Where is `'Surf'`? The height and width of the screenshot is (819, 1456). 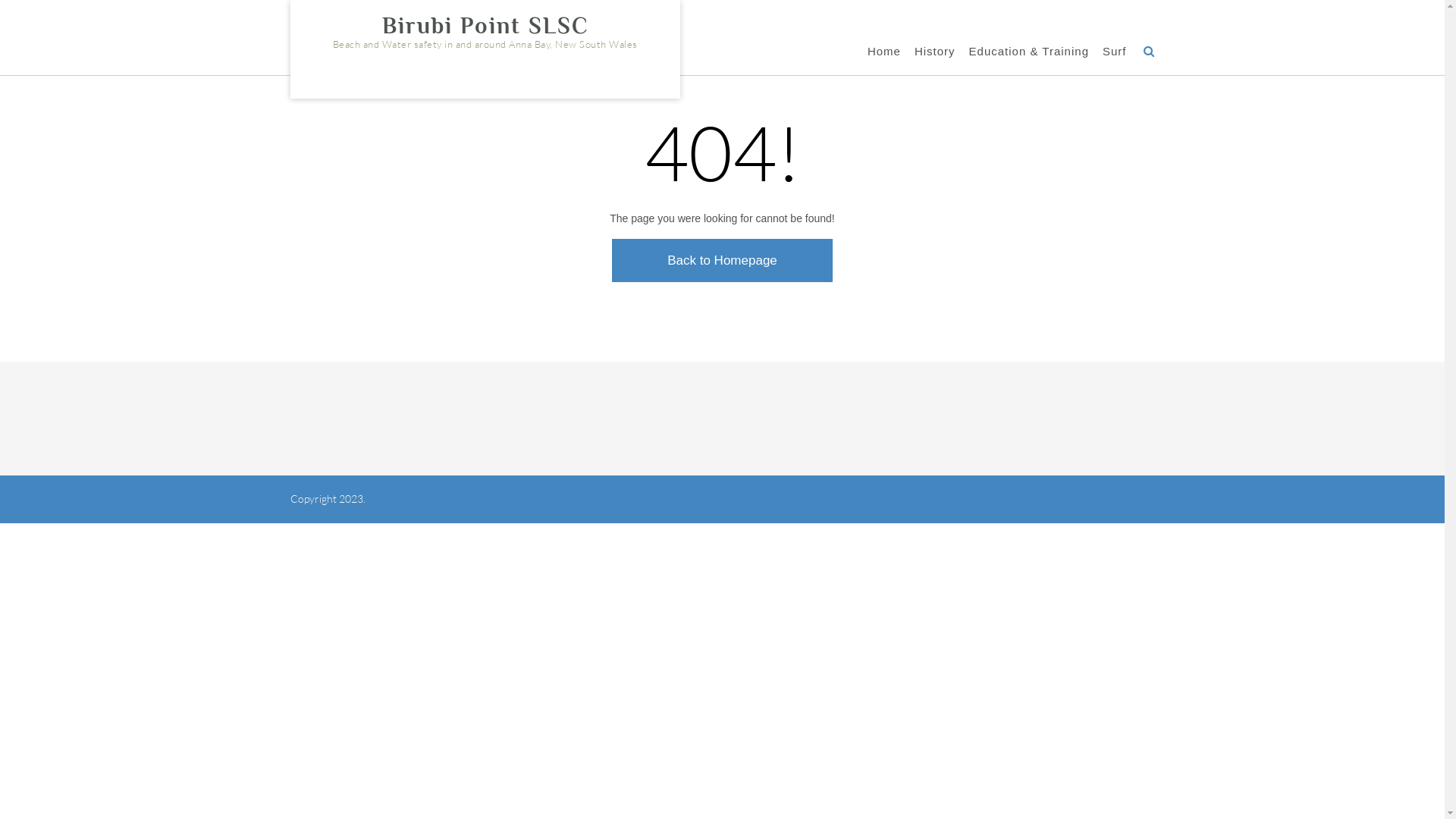 'Surf' is located at coordinates (1114, 51).